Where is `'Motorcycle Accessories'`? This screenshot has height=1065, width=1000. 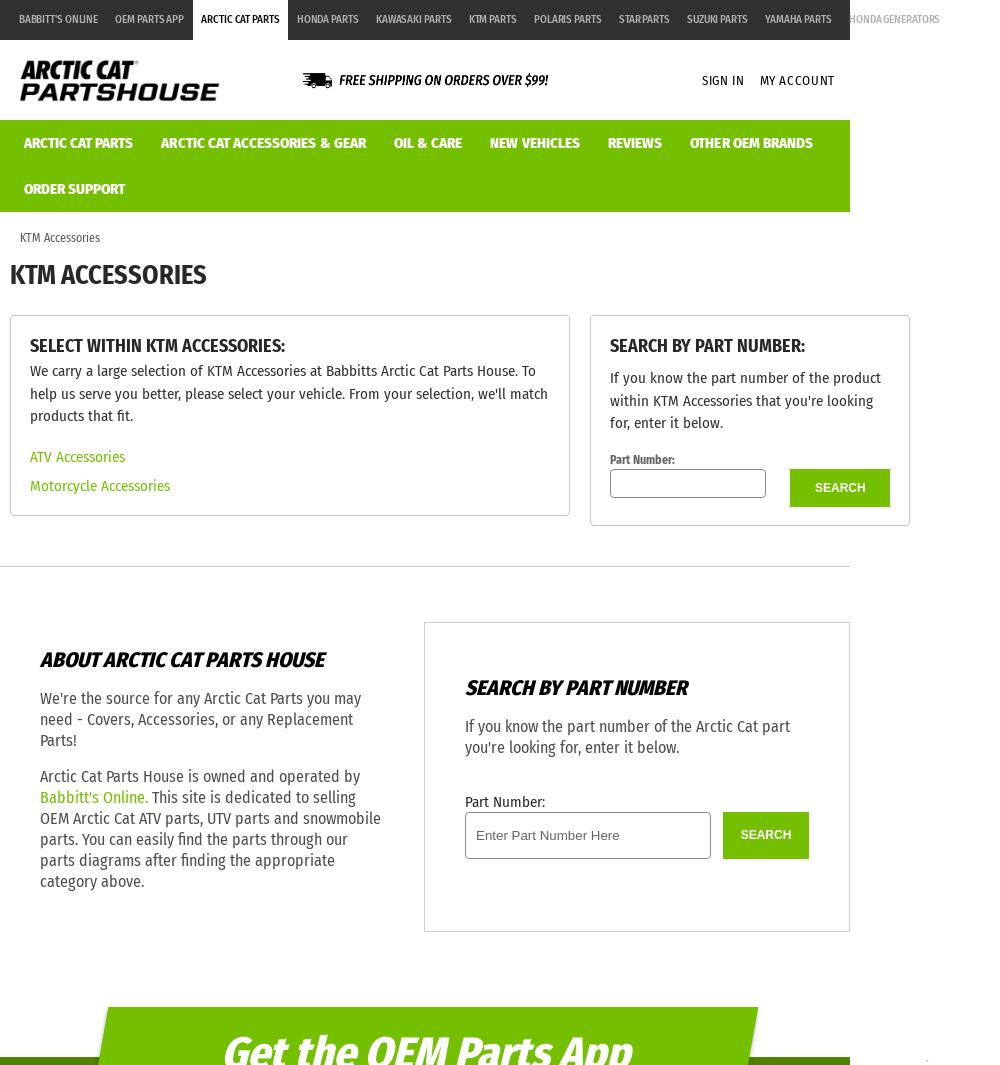
'Motorcycle Accessories' is located at coordinates (29, 484).